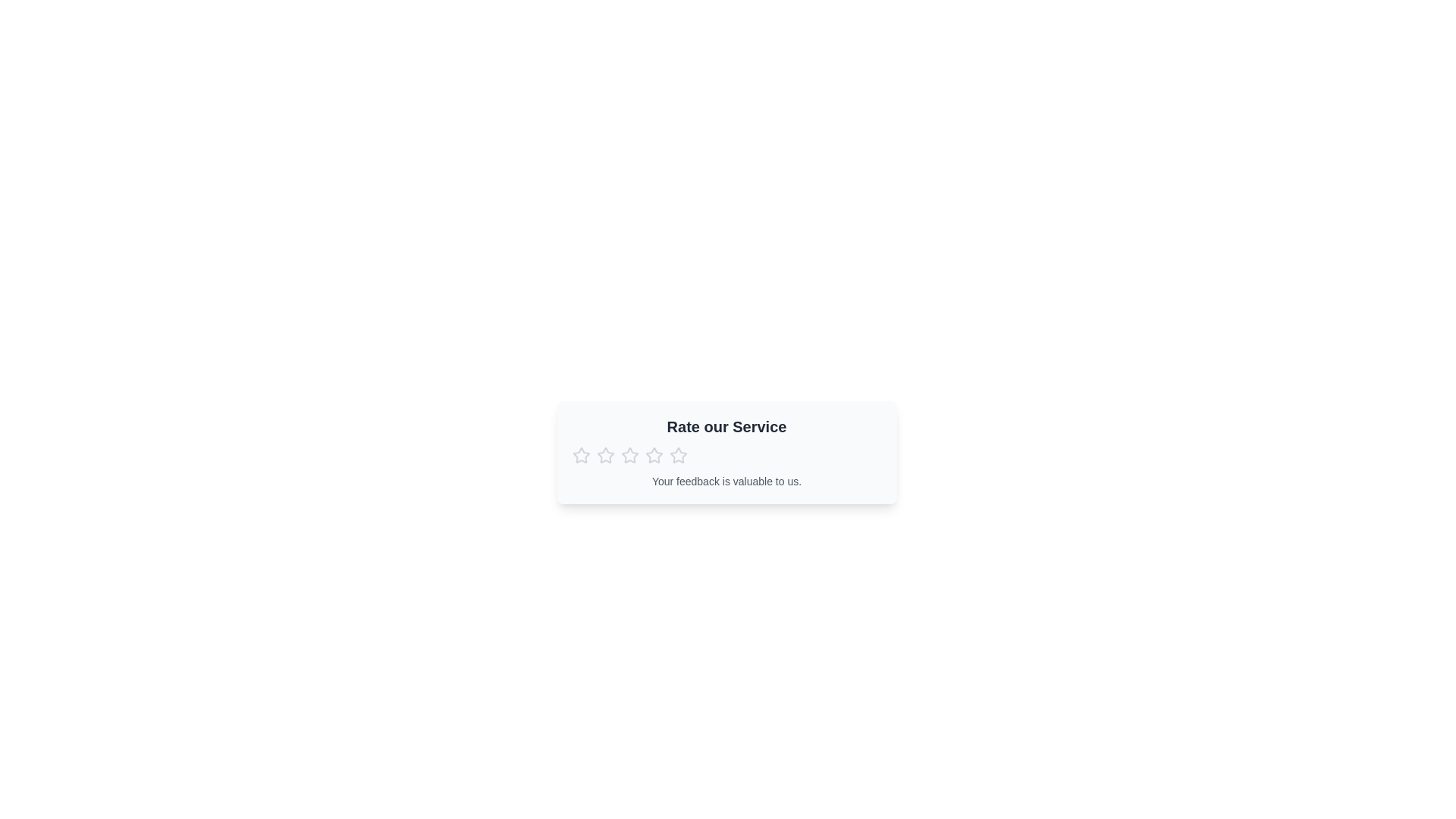 The height and width of the screenshot is (819, 1456). Describe the element at coordinates (677, 455) in the screenshot. I see `the fourth star in the sequence of five rating stars below the 'Rate our Service' text to give a rating` at that location.